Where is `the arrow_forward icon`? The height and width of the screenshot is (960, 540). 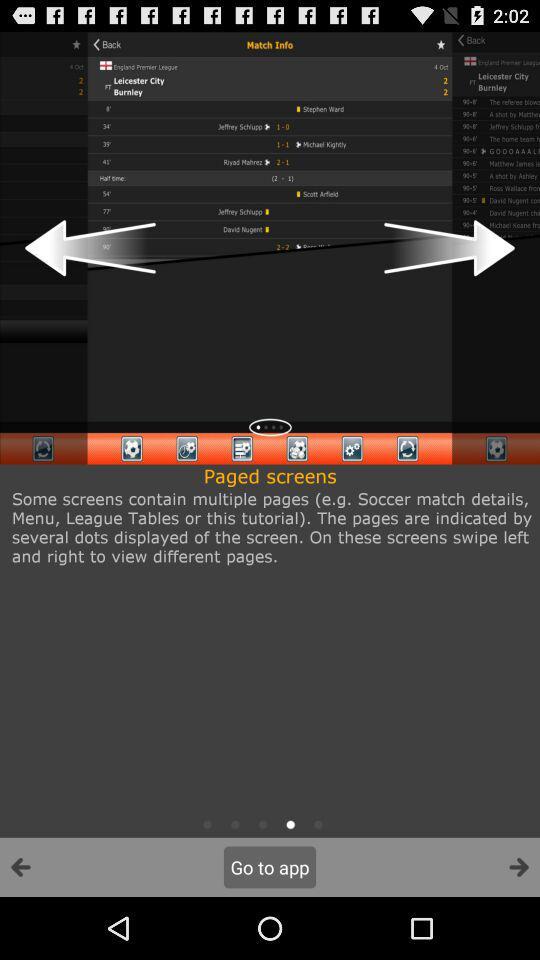 the arrow_forward icon is located at coordinates (518, 928).